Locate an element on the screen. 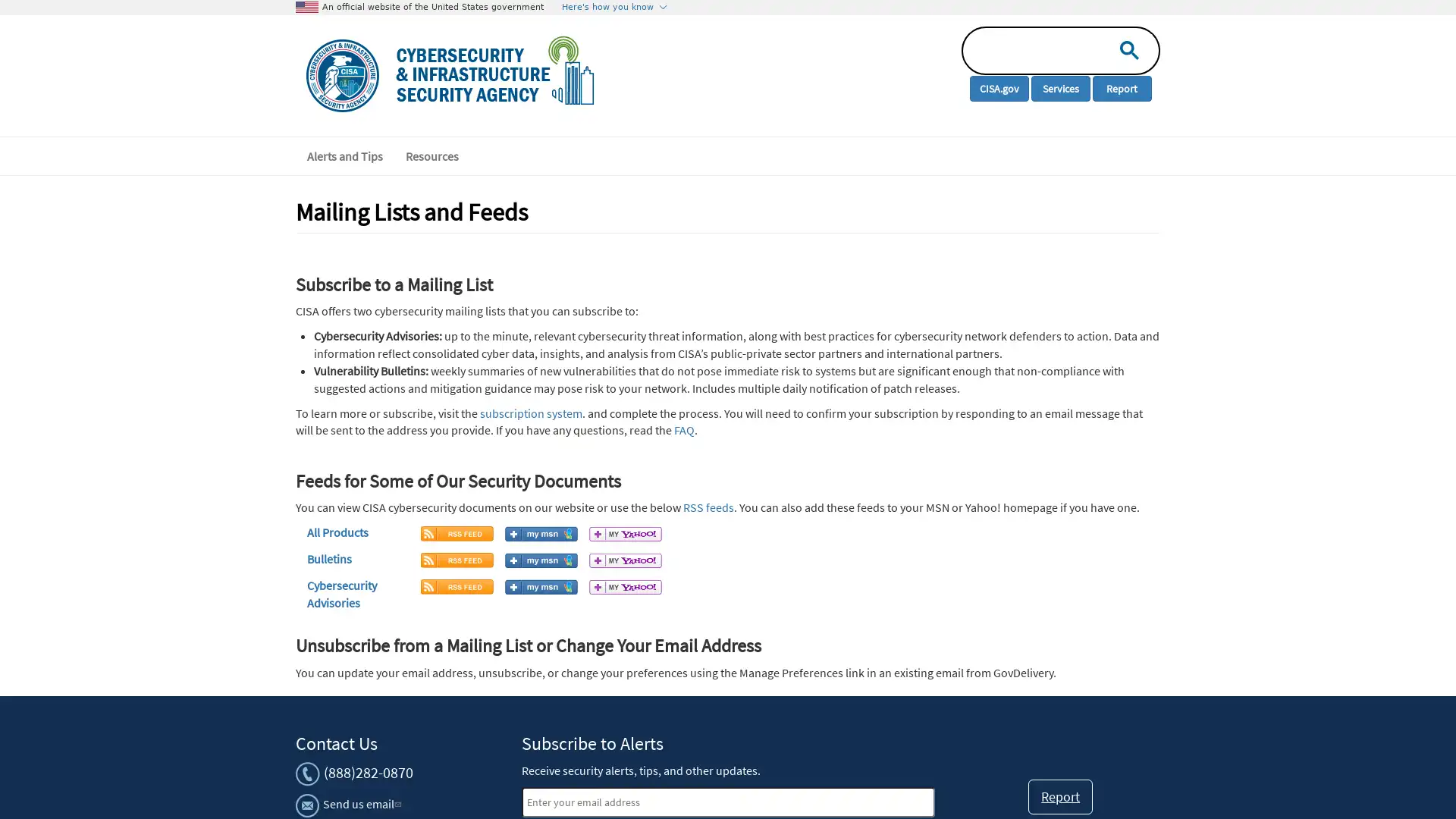 Image resolution: width=1456 pixels, height=819 pixels. search is located at coordinates (1125, 49).